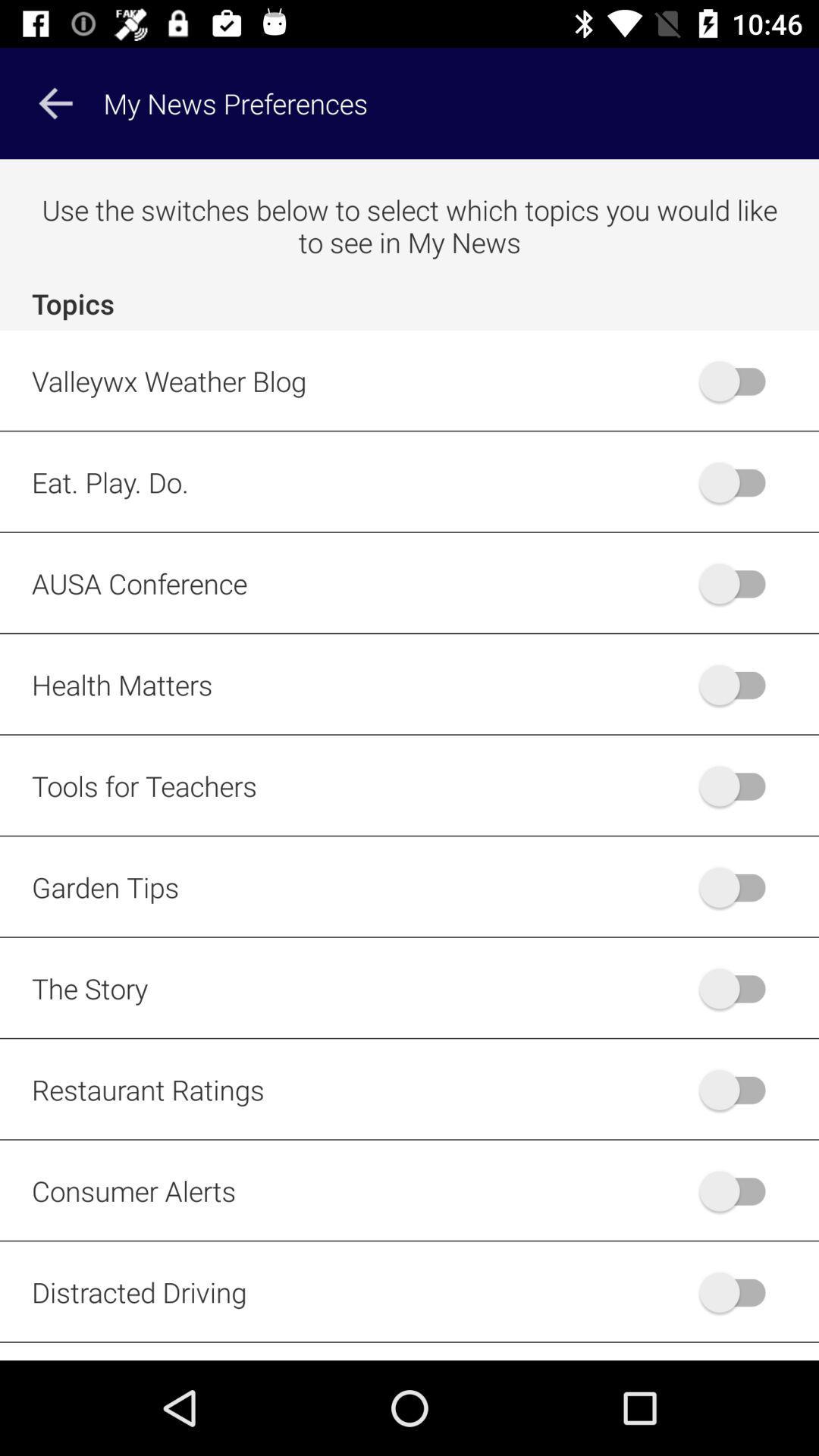 The width and height of the screenshot is (819, 1456). I want to click on health matters news, so click(739, 683).